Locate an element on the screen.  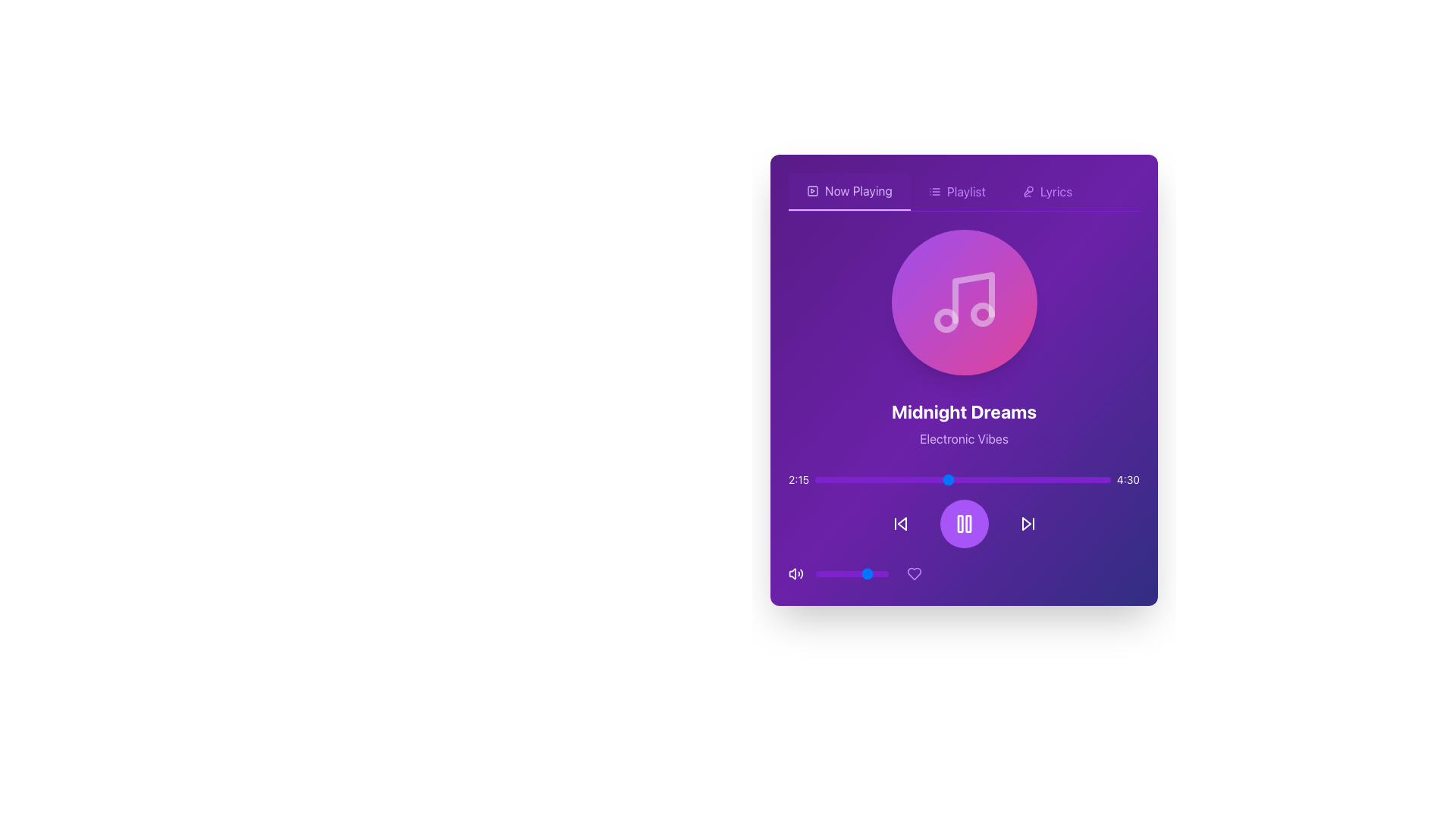
the circular graphic icon featuring a gradient from purple to pink with a white music note at its center, located below the 'Now Playing' navigation link in the music player interface is located at coordinates (963, 302).